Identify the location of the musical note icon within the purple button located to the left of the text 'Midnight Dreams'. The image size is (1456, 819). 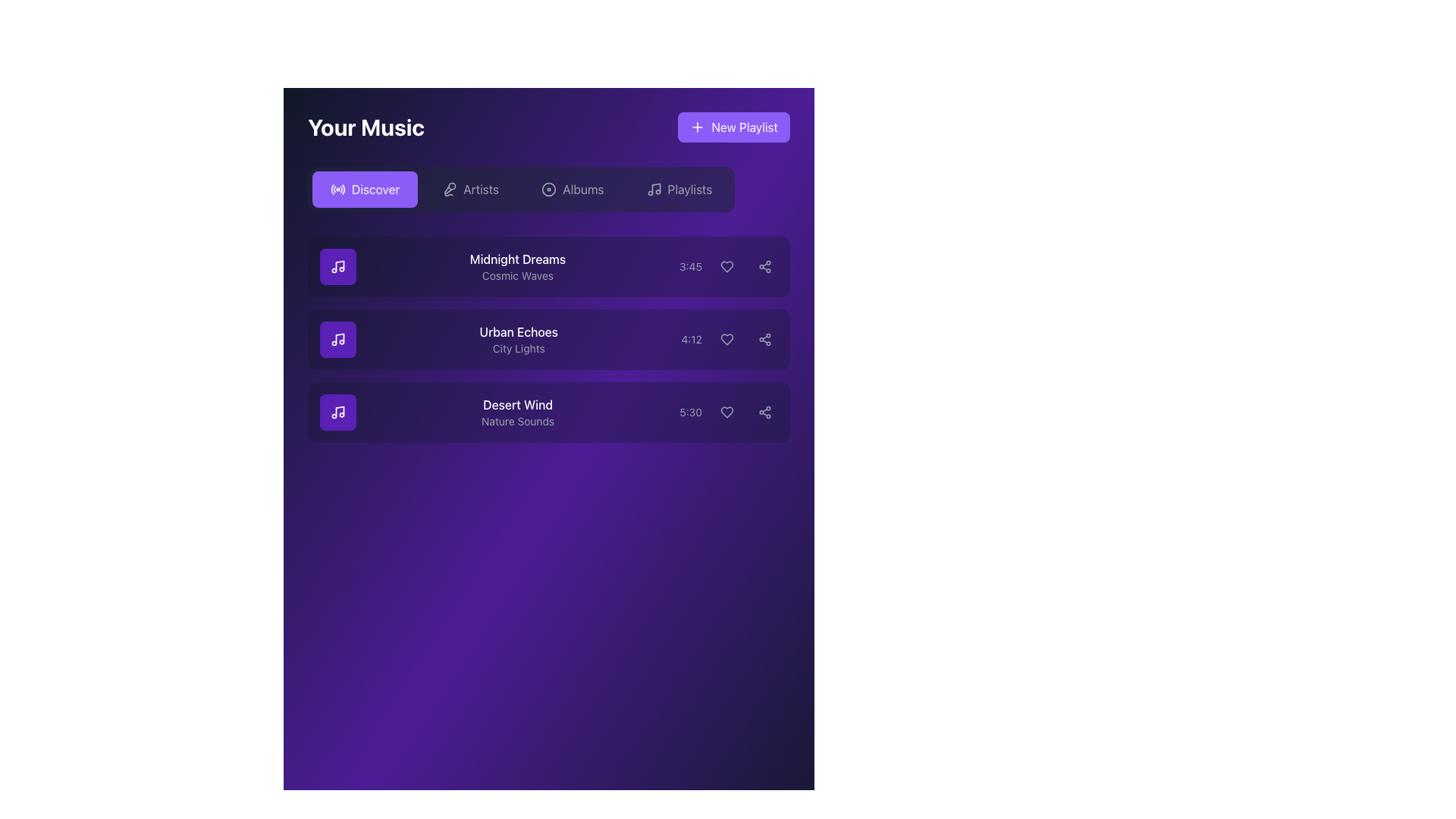
(339, 265).